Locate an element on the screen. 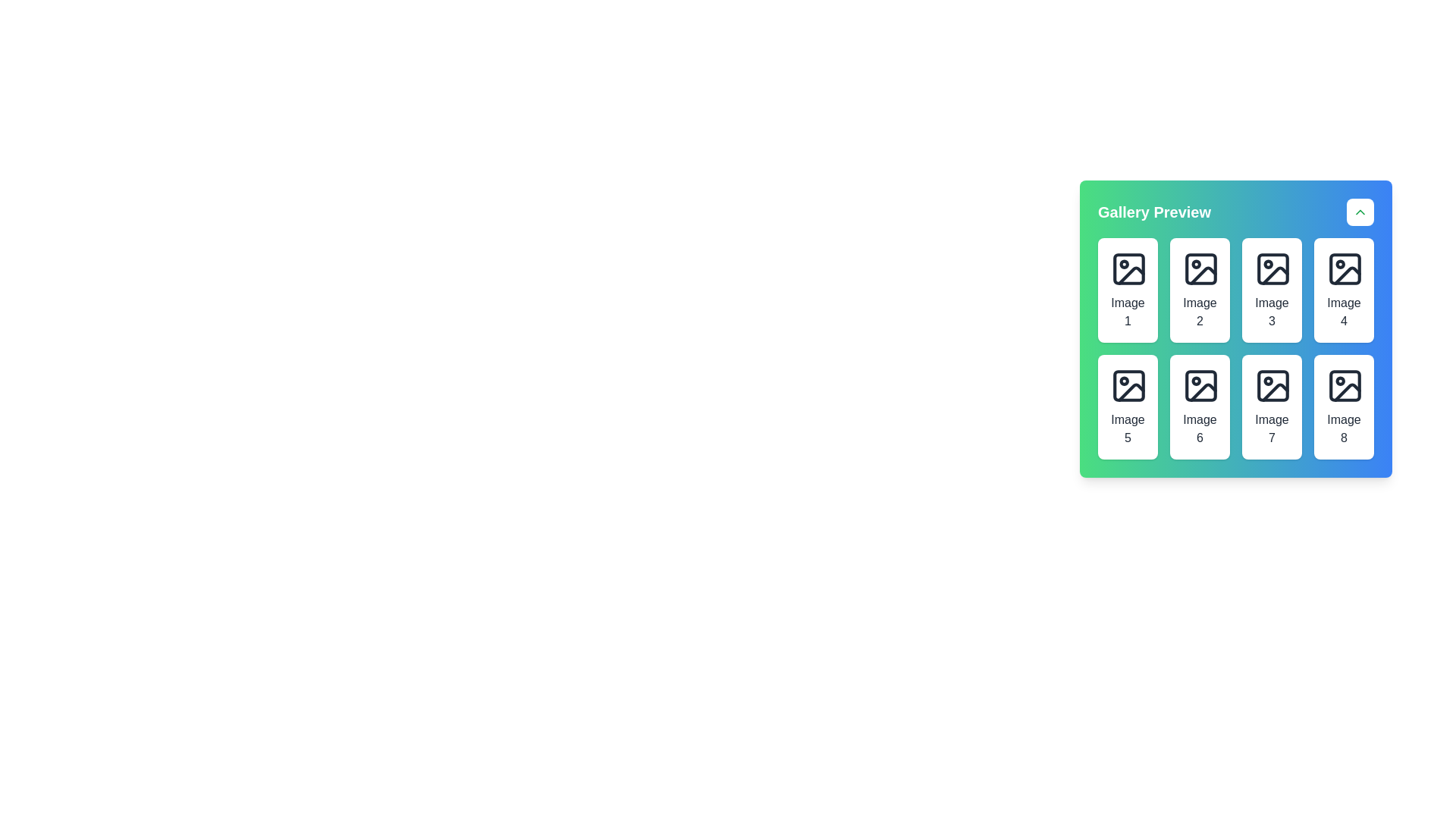  the graphical icon with slightly rounded corners inside the 'Image 8' icon in the 'Gallery Preview' grid is located at coordinates (1345, 385).